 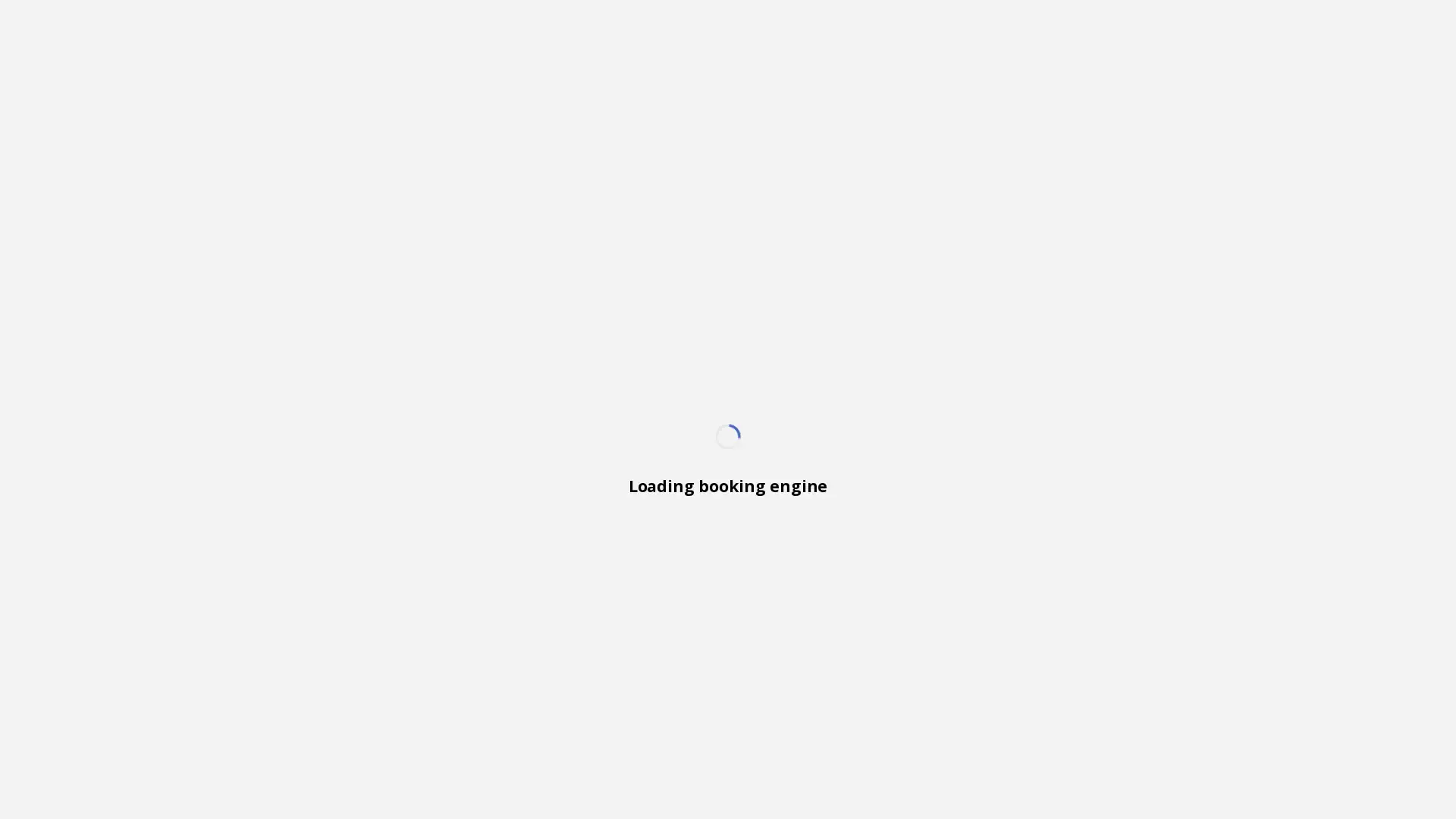 I want to click on Accept all, so click(x=1234, y=771).